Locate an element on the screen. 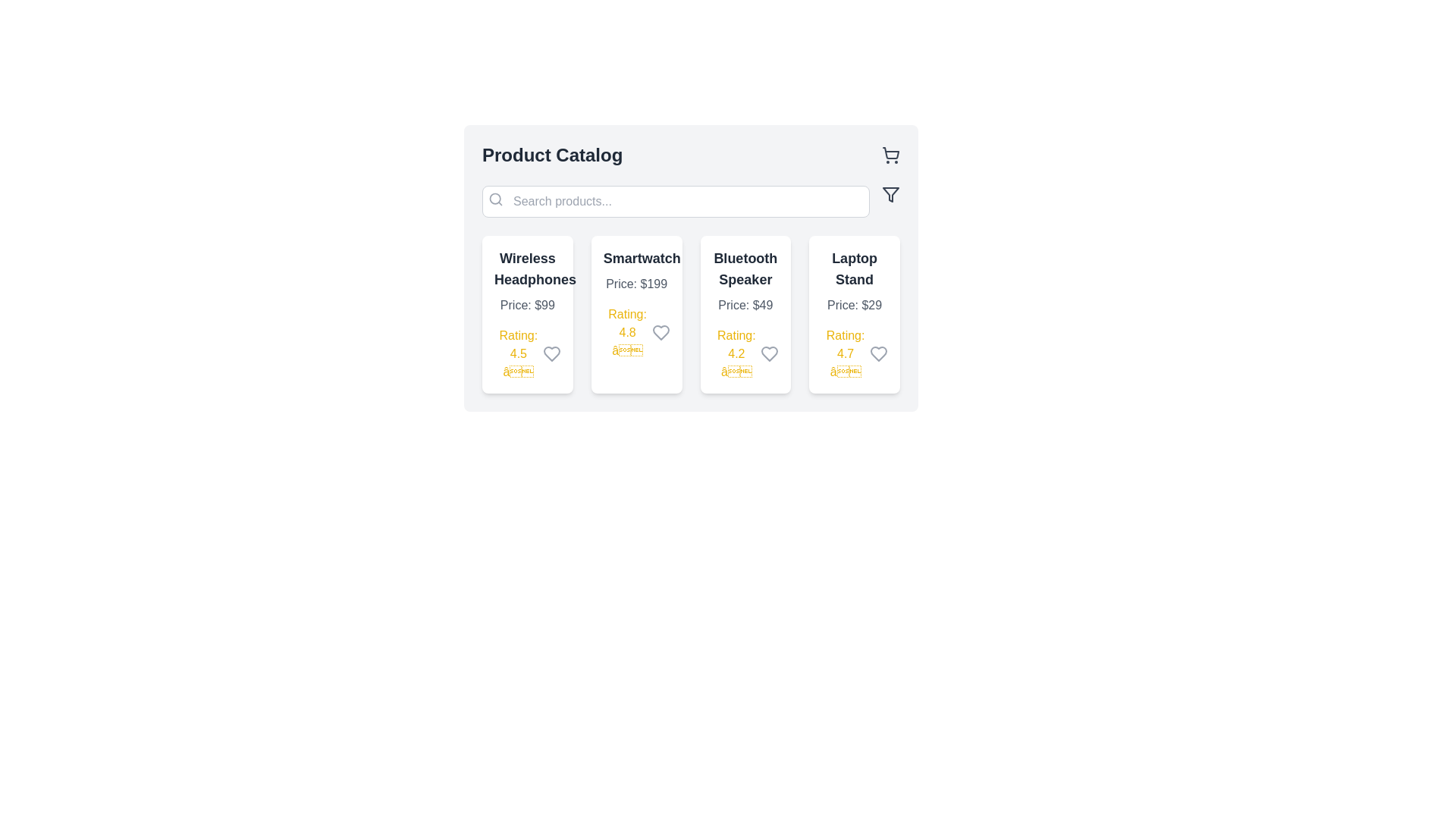  the text label displaying 'Laptop Stand' which is positioned at the top of the fourth product card in the horizontal list is located at coordinates (855, 268).